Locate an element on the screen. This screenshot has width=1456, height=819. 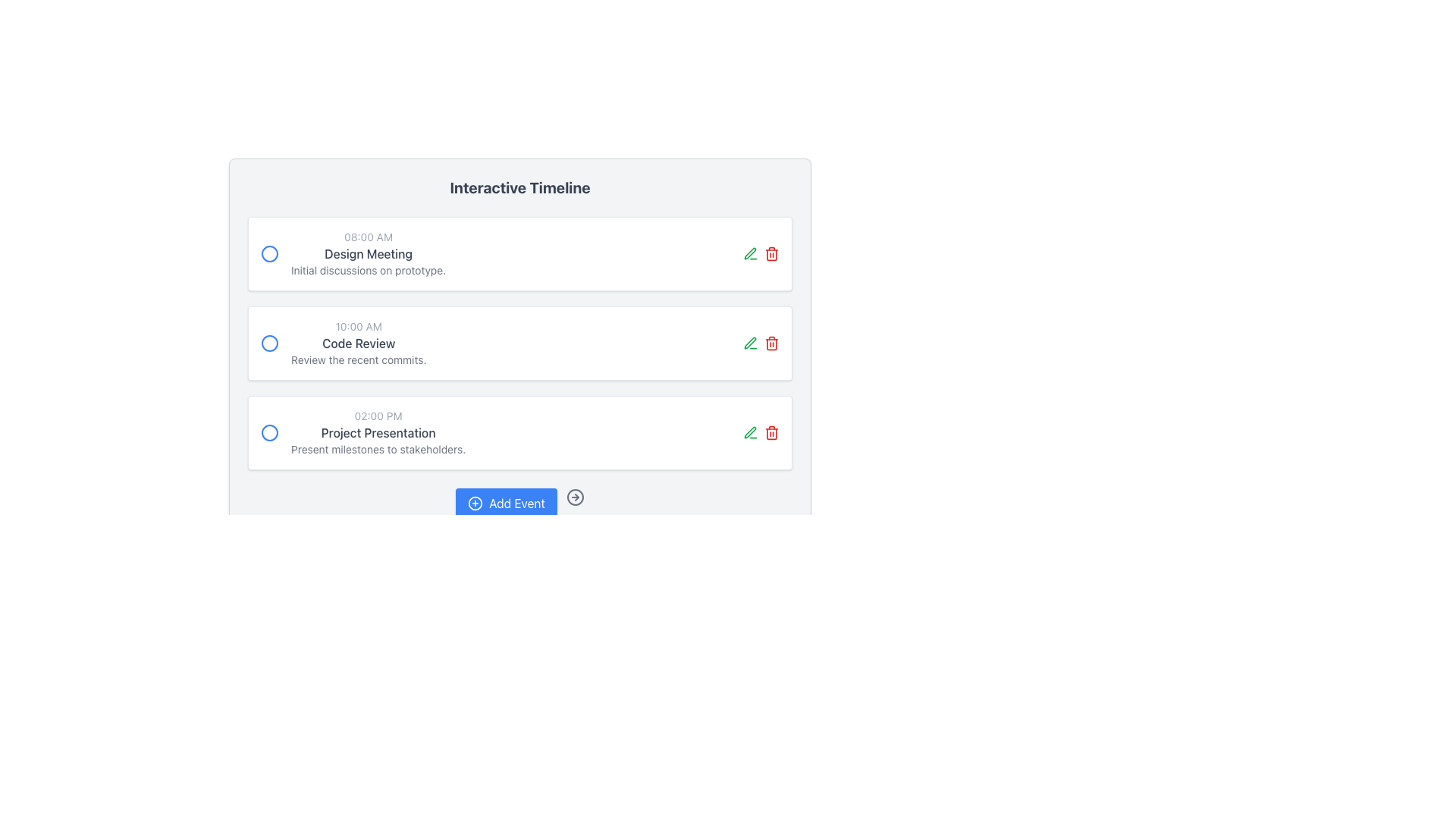
the 'Add Event' button located at the bottom of the timeline interface is located at coordinates (506, 503).